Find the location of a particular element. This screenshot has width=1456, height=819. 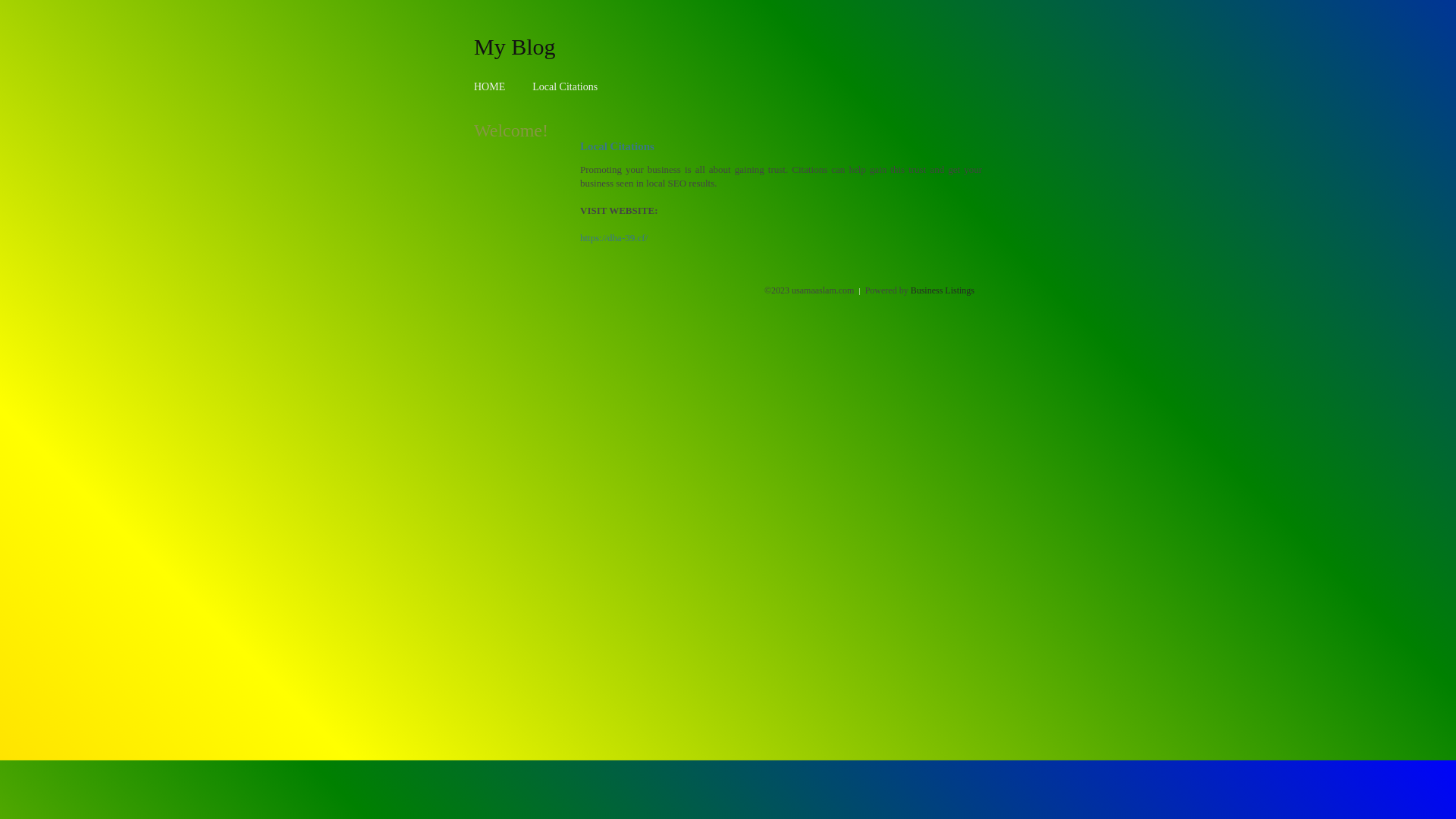

'Local Citations' is located at coordinates (563, 86).